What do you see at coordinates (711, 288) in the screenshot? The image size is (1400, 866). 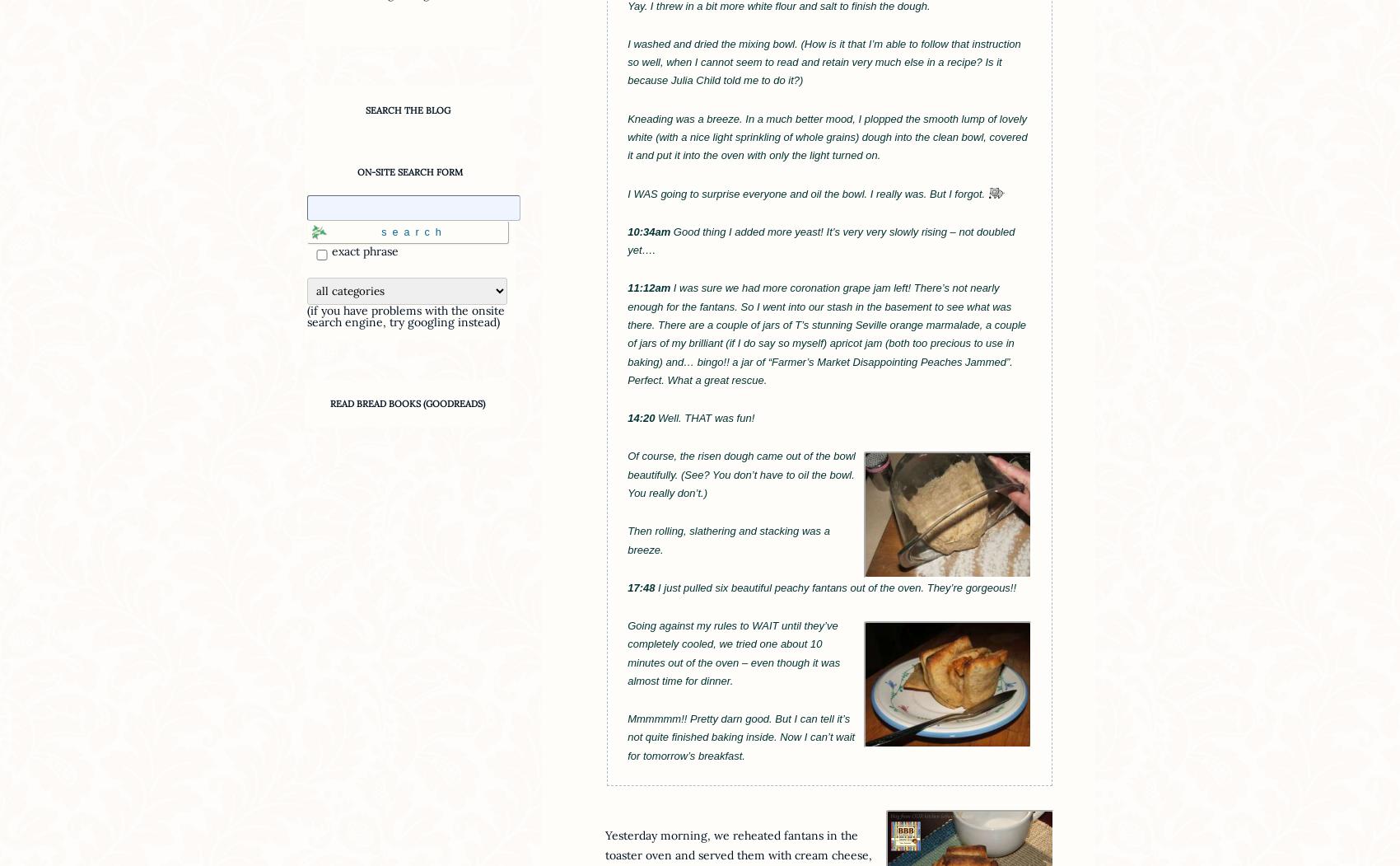 I see `'sure'` at bounding box center [711, 288].